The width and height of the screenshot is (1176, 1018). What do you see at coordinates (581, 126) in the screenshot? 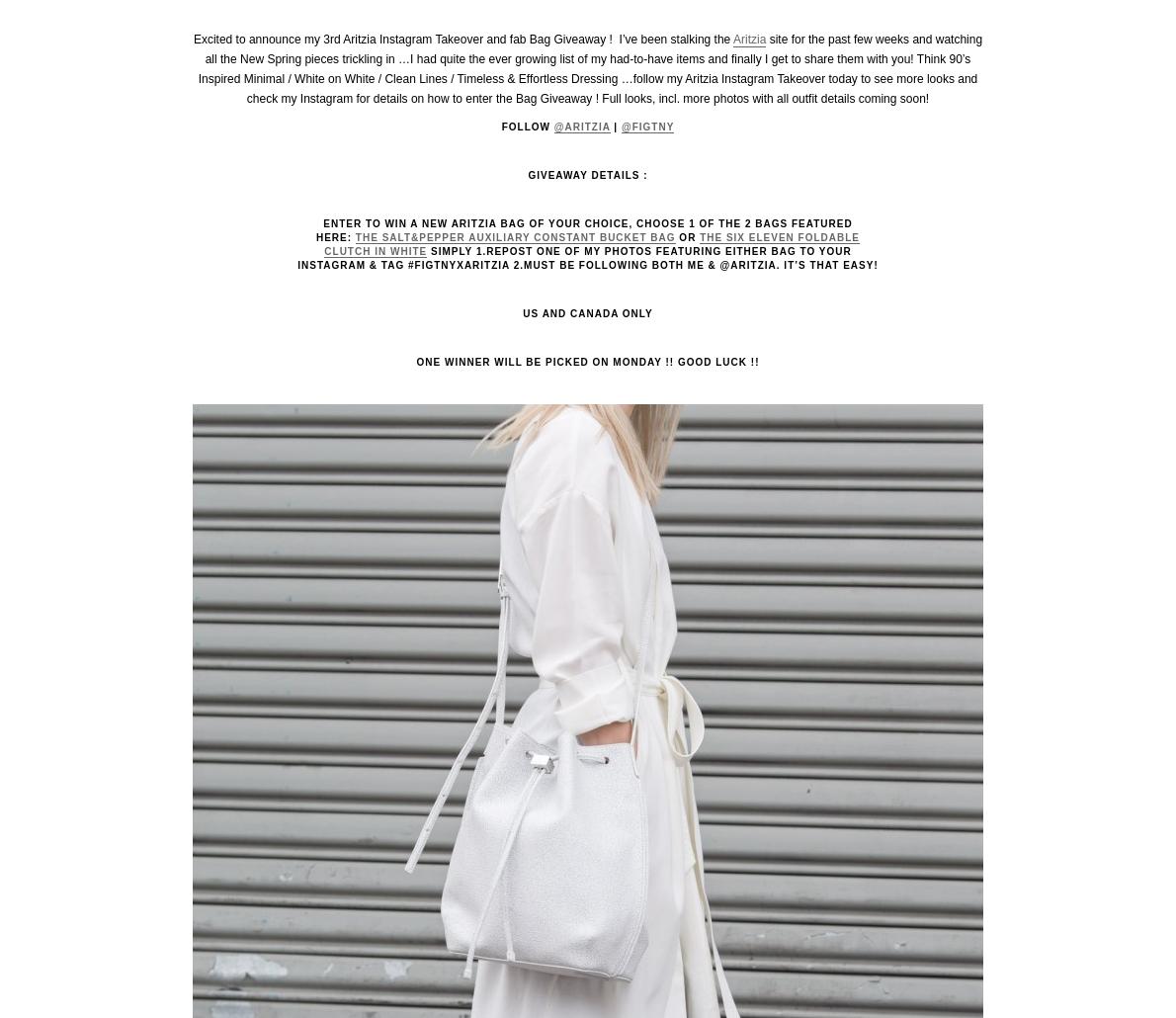
I see `'@aritzia'` at bounding box center [581, 126].